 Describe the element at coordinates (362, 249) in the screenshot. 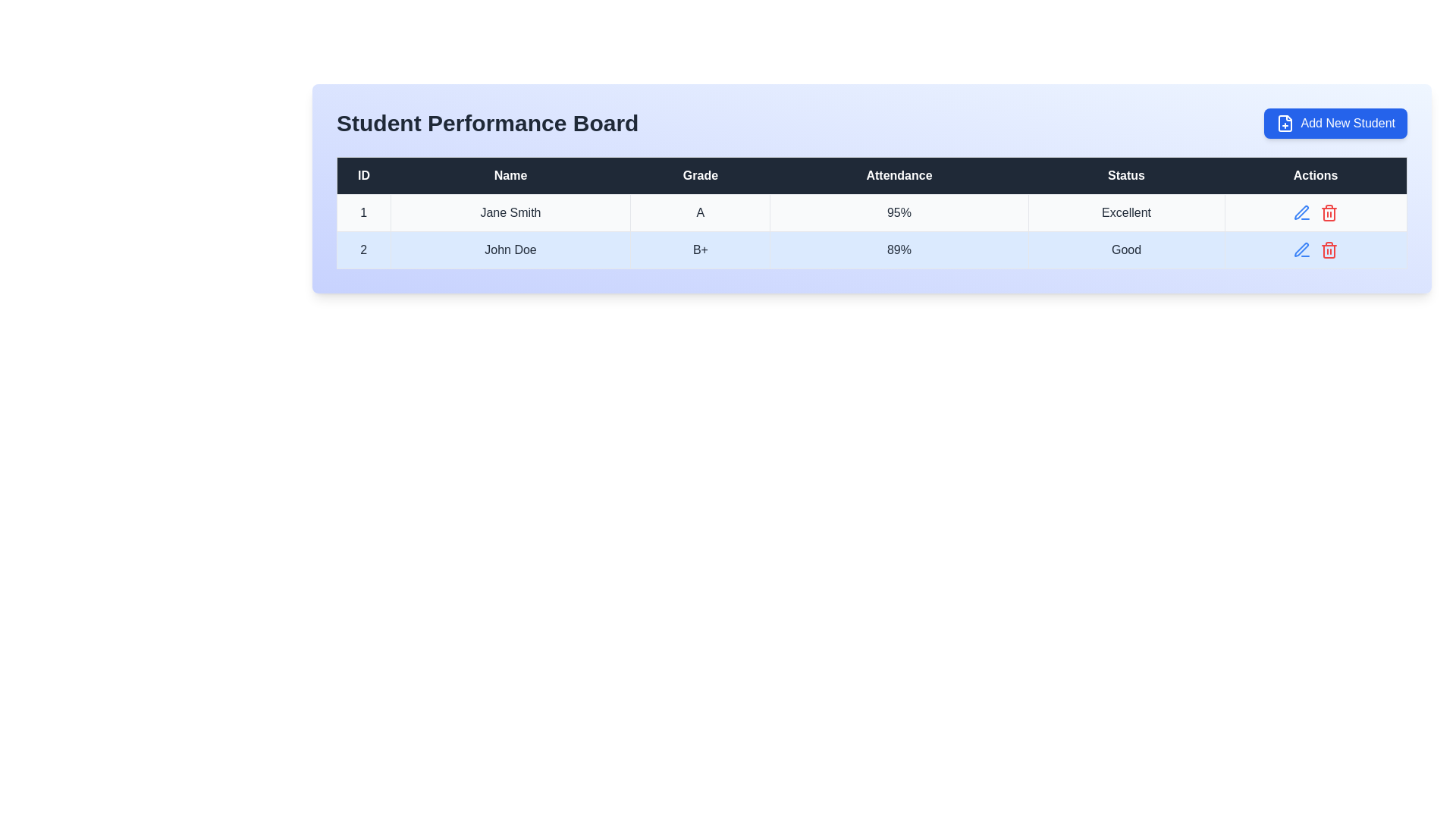

I see `the Table Cell in the second row and first column under the header 'ID', which uniquely identifies the row for the entity 'John Doe'` at that location.